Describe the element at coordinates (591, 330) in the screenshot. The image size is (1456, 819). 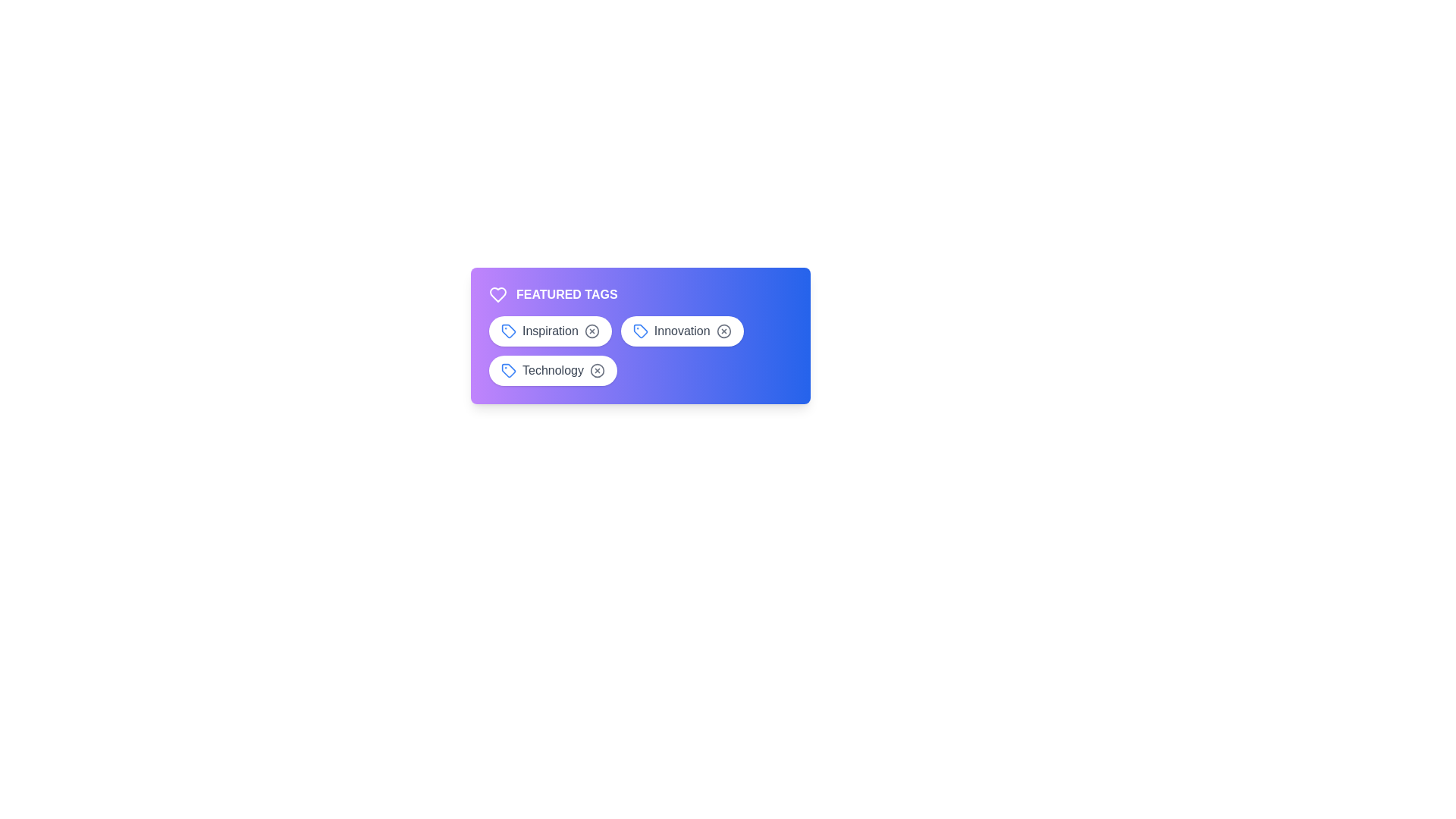
I see `the circular icon within the 'Inspiration' tag located in the list of tags inside the purple-to-blue gradient rectangle labeled 'Featured Tags.'` at that location.